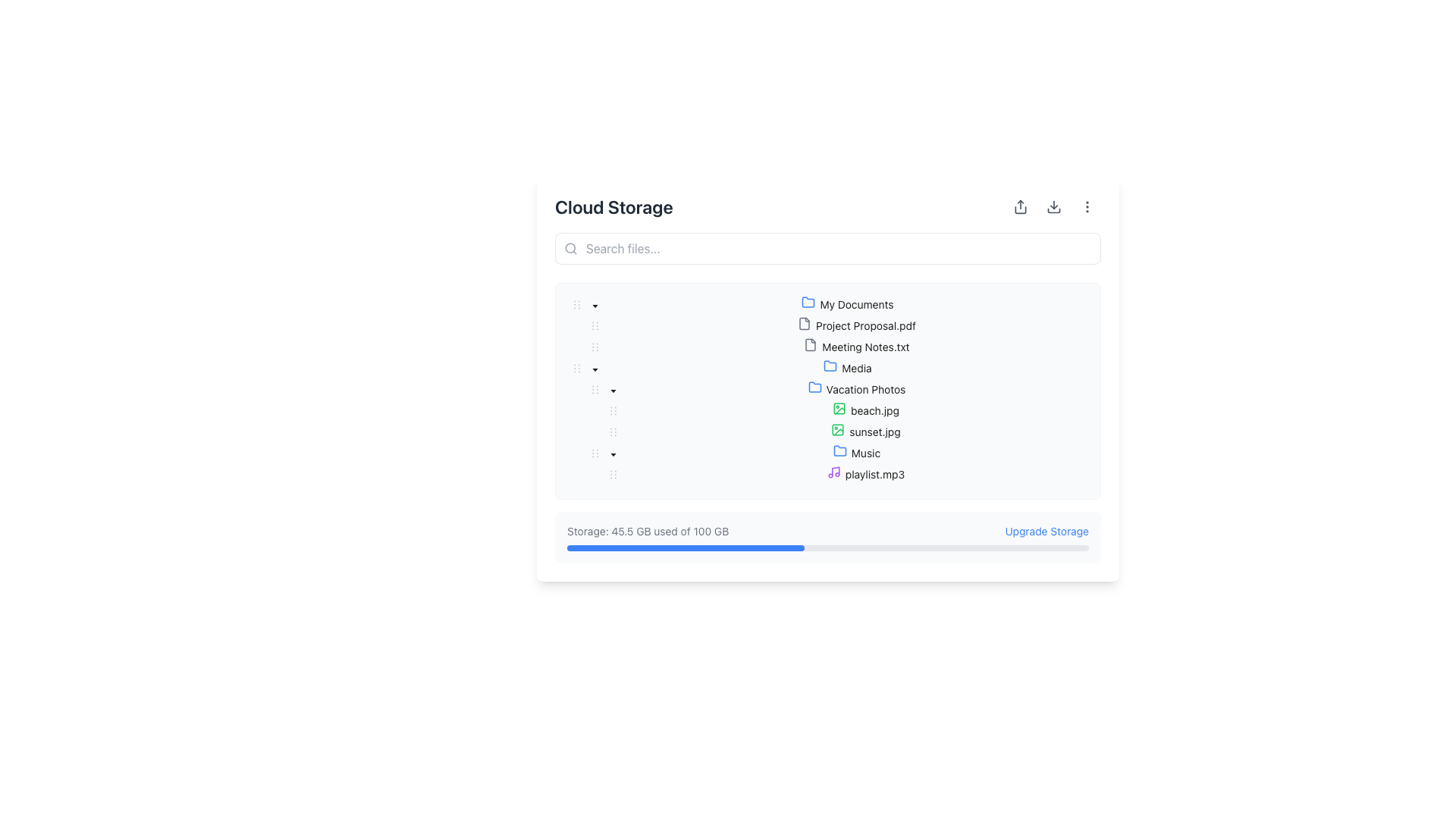 Image resolution: width=1456 pixels, height=819 pixels. What do you see at coordinates (874, 410) in the screenshot?
I see `the text label displaying the filename 'beach.jpg'` at bounding box center [874, 410].